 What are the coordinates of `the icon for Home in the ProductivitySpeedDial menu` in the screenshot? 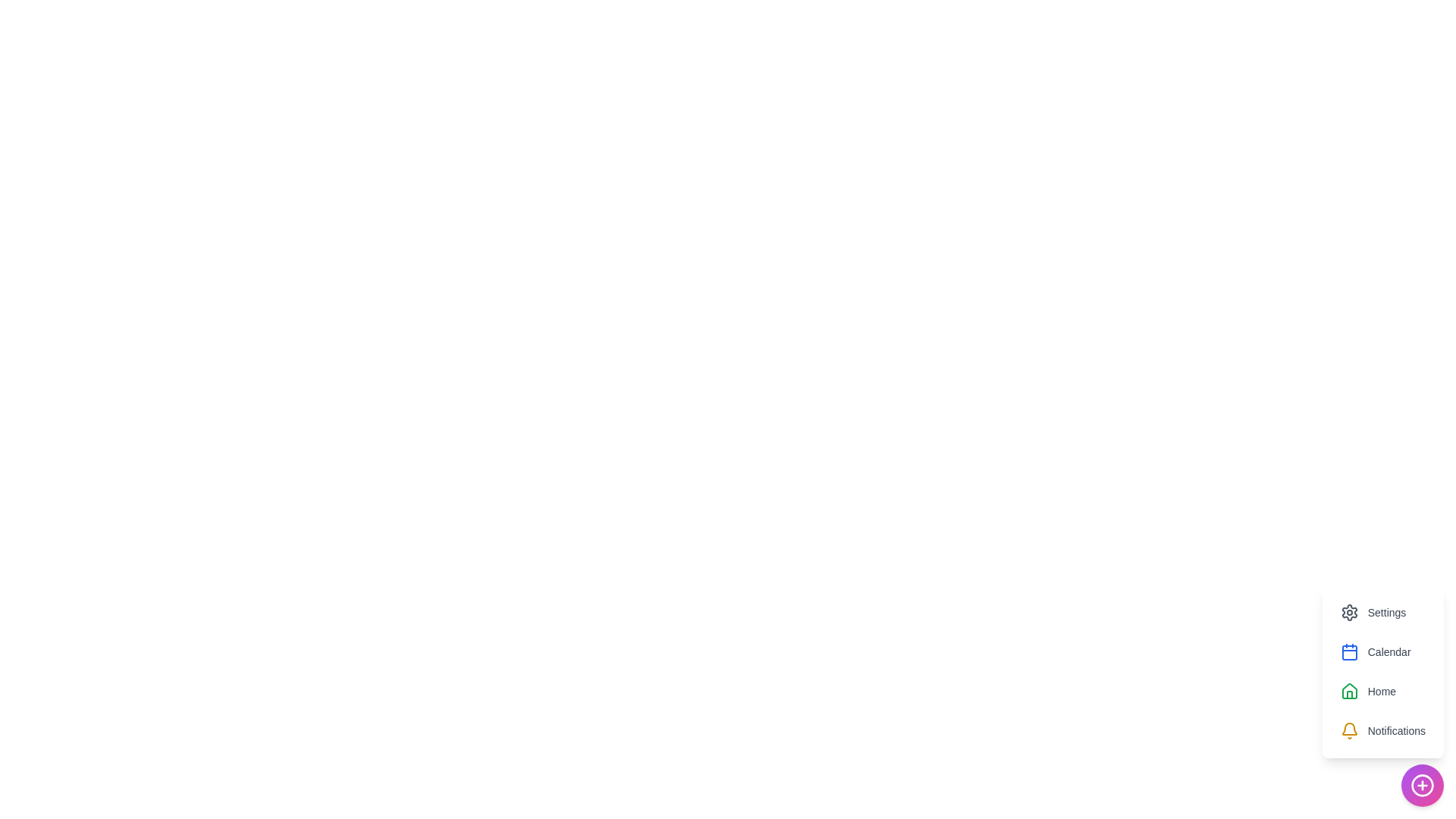 It's located at (1349, 691).